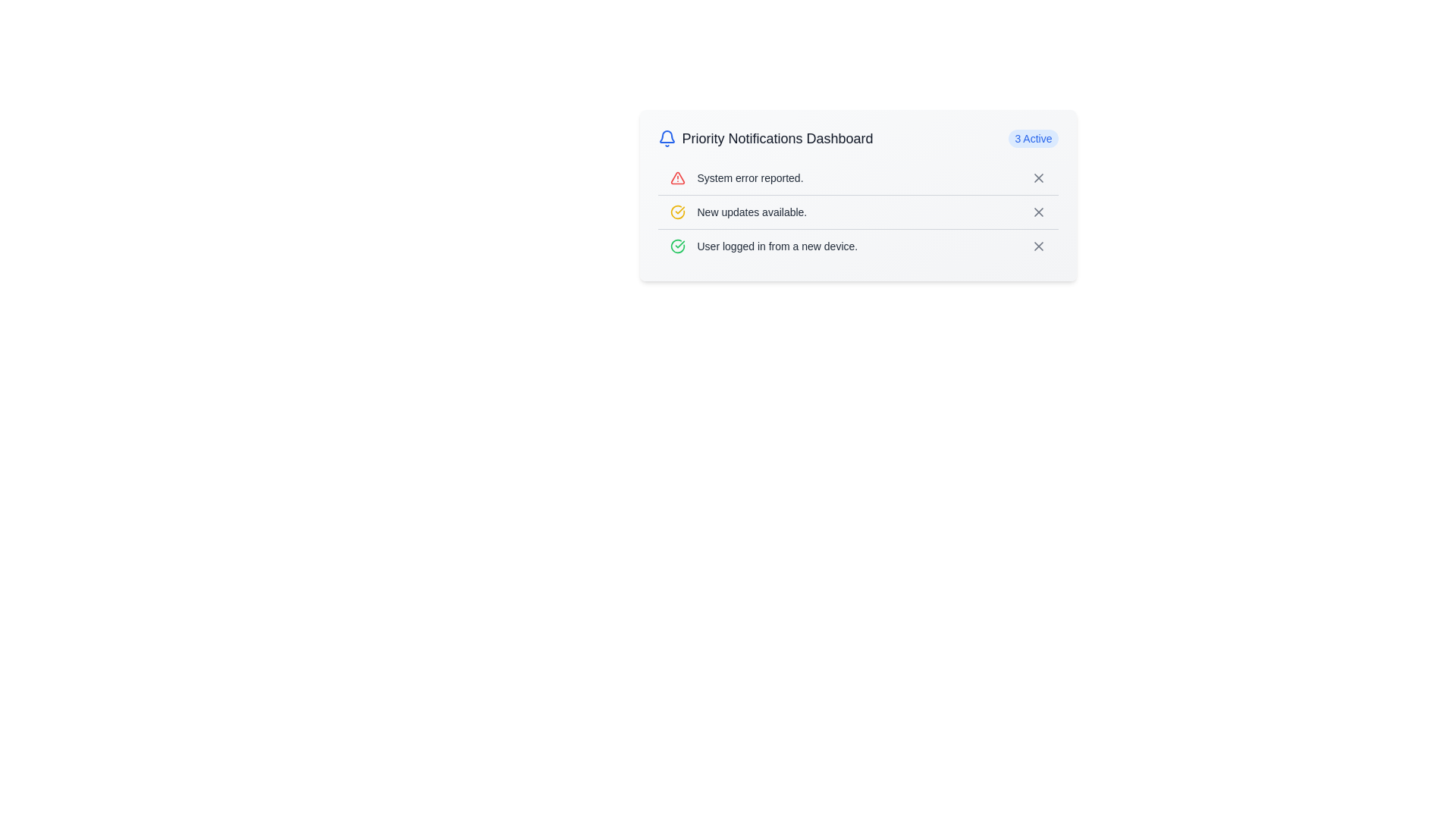  Describe the element at coordinates (1037, 177) in the screenshot. I see `the dismiss button located in the top-right corner of the notification displaying 'System error reported'` at that location.